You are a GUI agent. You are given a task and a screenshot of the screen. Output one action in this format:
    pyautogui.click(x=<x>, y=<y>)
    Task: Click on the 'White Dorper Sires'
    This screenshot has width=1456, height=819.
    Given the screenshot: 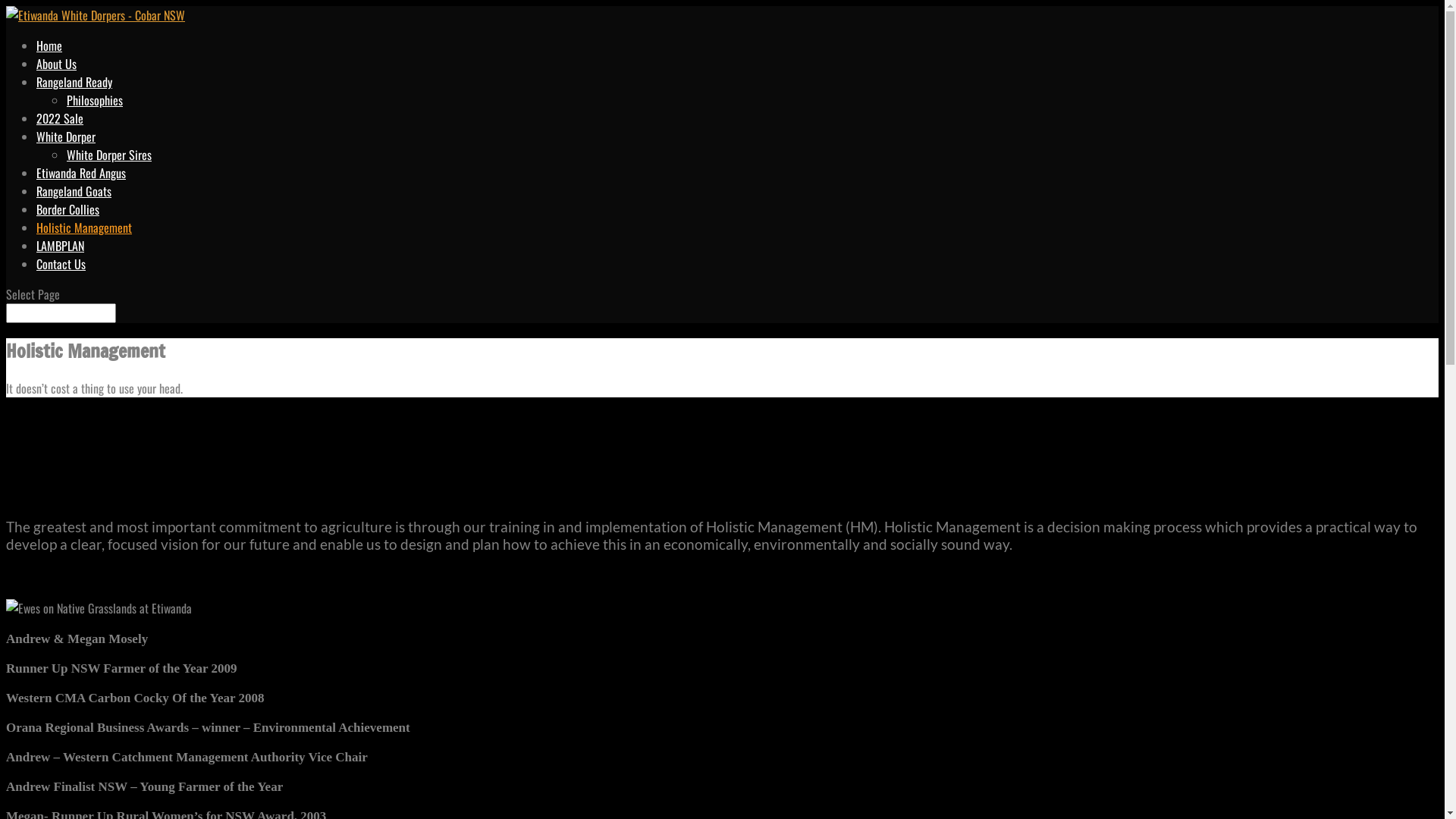 What is the action you would take?
    pyautogui.click(x=108, y=155)
    